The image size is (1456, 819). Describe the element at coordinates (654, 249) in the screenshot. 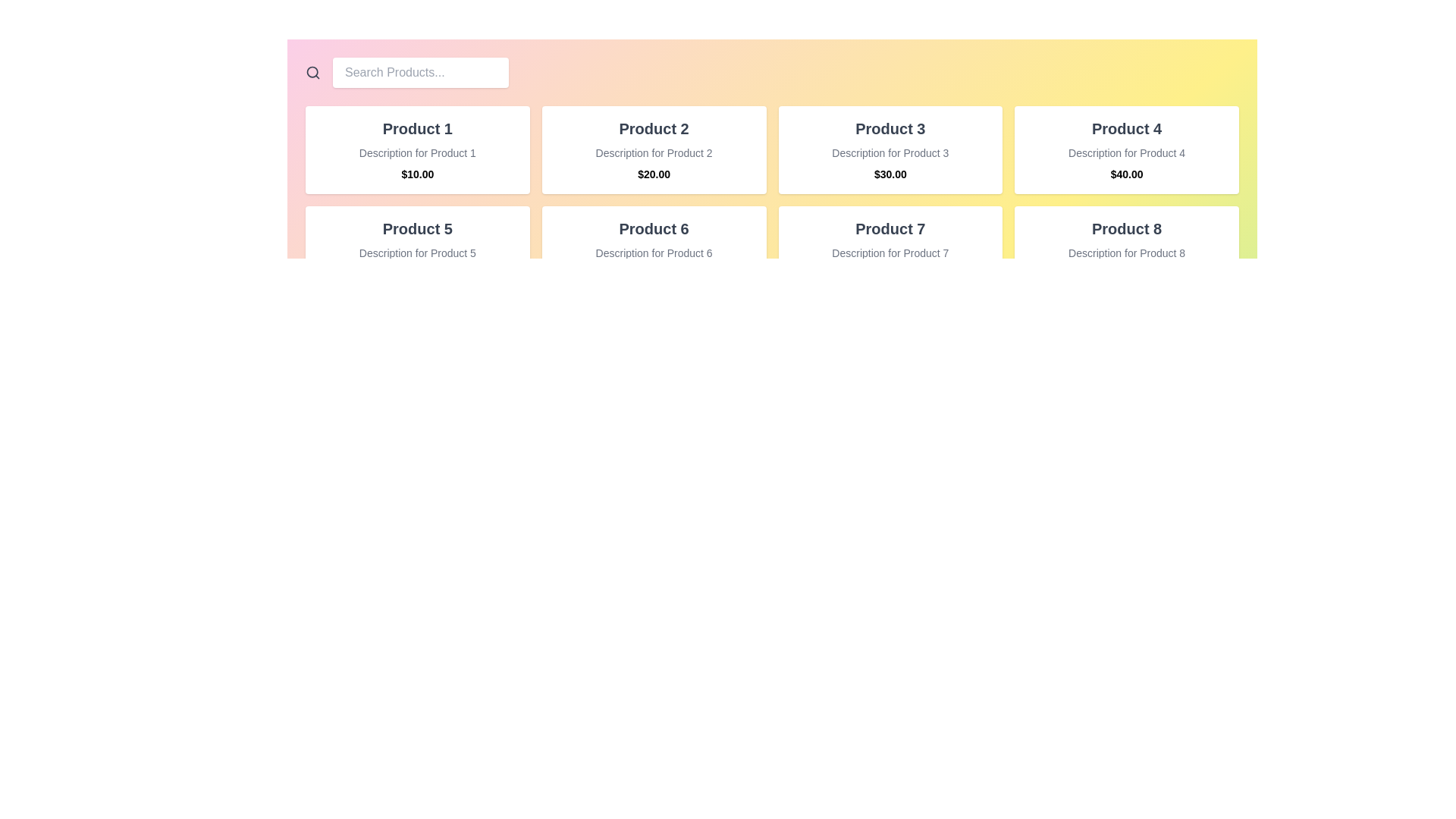

I see `the product information card that displays details about a product, located in the second row and second column of a 4-column grid layout` at that location.